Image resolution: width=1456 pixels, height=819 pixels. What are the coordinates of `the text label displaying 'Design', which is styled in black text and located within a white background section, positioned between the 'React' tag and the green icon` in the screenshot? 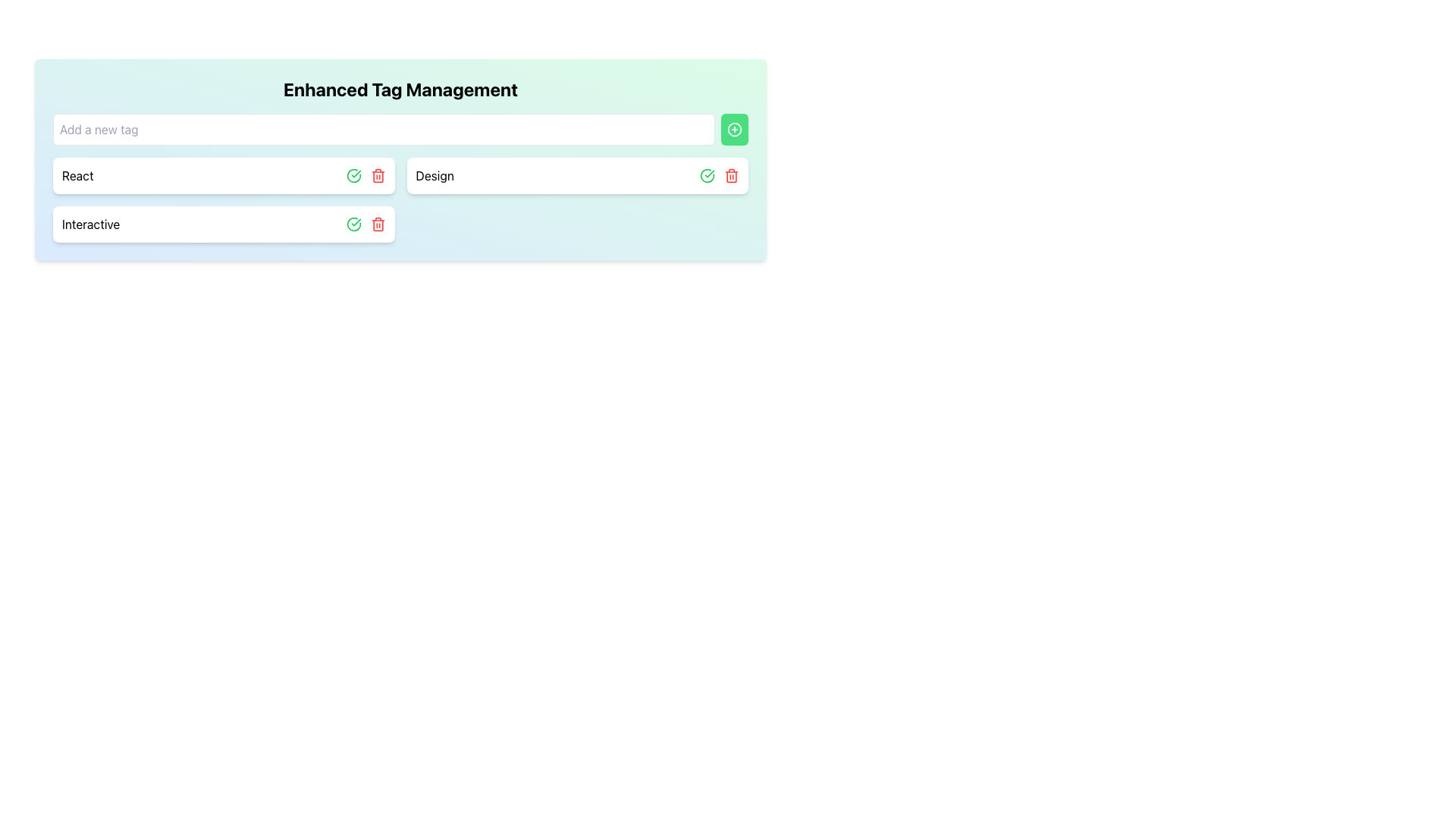 It's located at (434, 174).